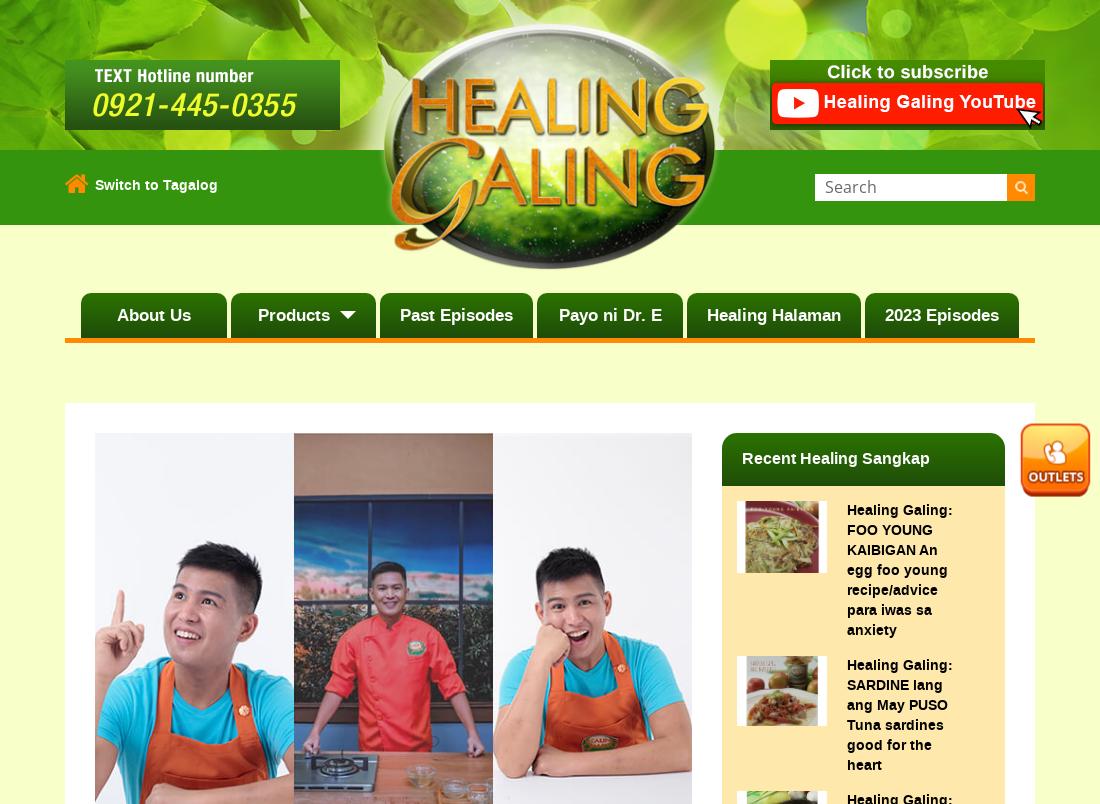 The height and width of the screenshot is (804, 1100). What do you see at coordinates (845, 569) in the screenshot?
I see `'Healing Galing: FOO YOUNG KAIBIGAN An egg foo young recipe/advice para iwas sa anxiety'` at bounding box center [845, 569].